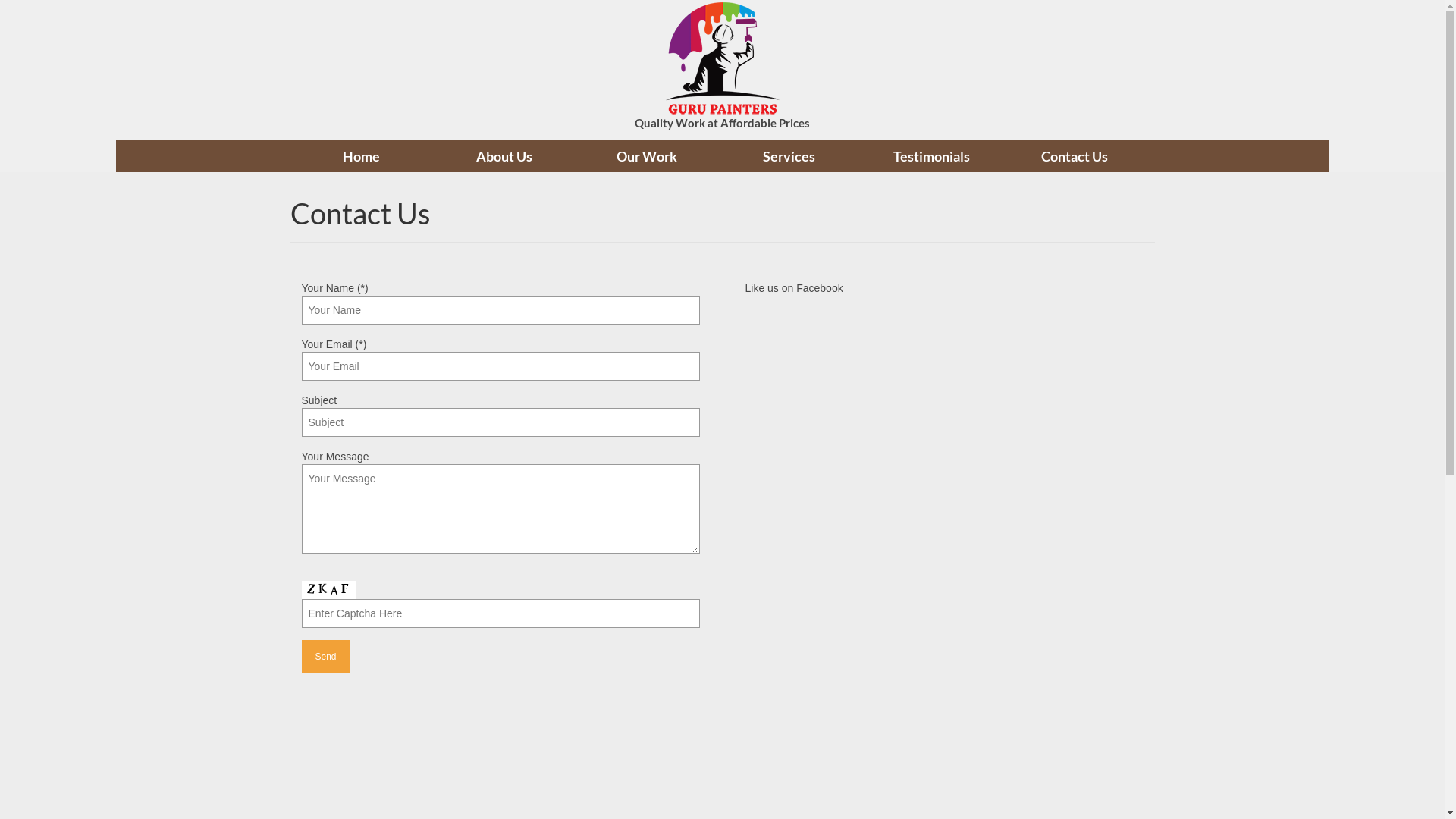 This screenshot has width=1456, height=819. What do you see at coordinates (789, 155) in the screenshot?
I see `'Services'` at bounding box center [789, 155].